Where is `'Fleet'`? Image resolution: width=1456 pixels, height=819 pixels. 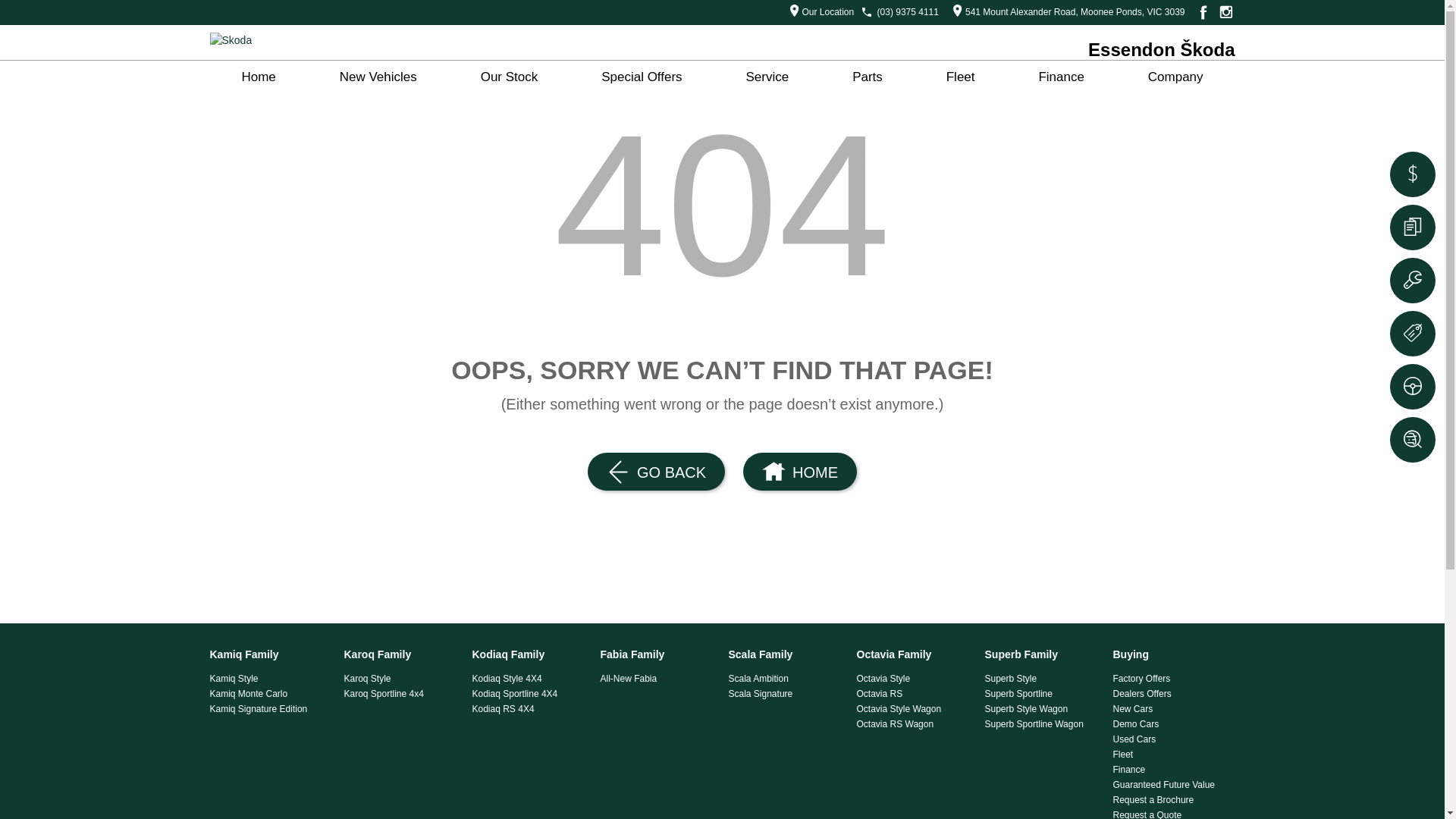 'Fleet' is located at coordinates (960, 77).